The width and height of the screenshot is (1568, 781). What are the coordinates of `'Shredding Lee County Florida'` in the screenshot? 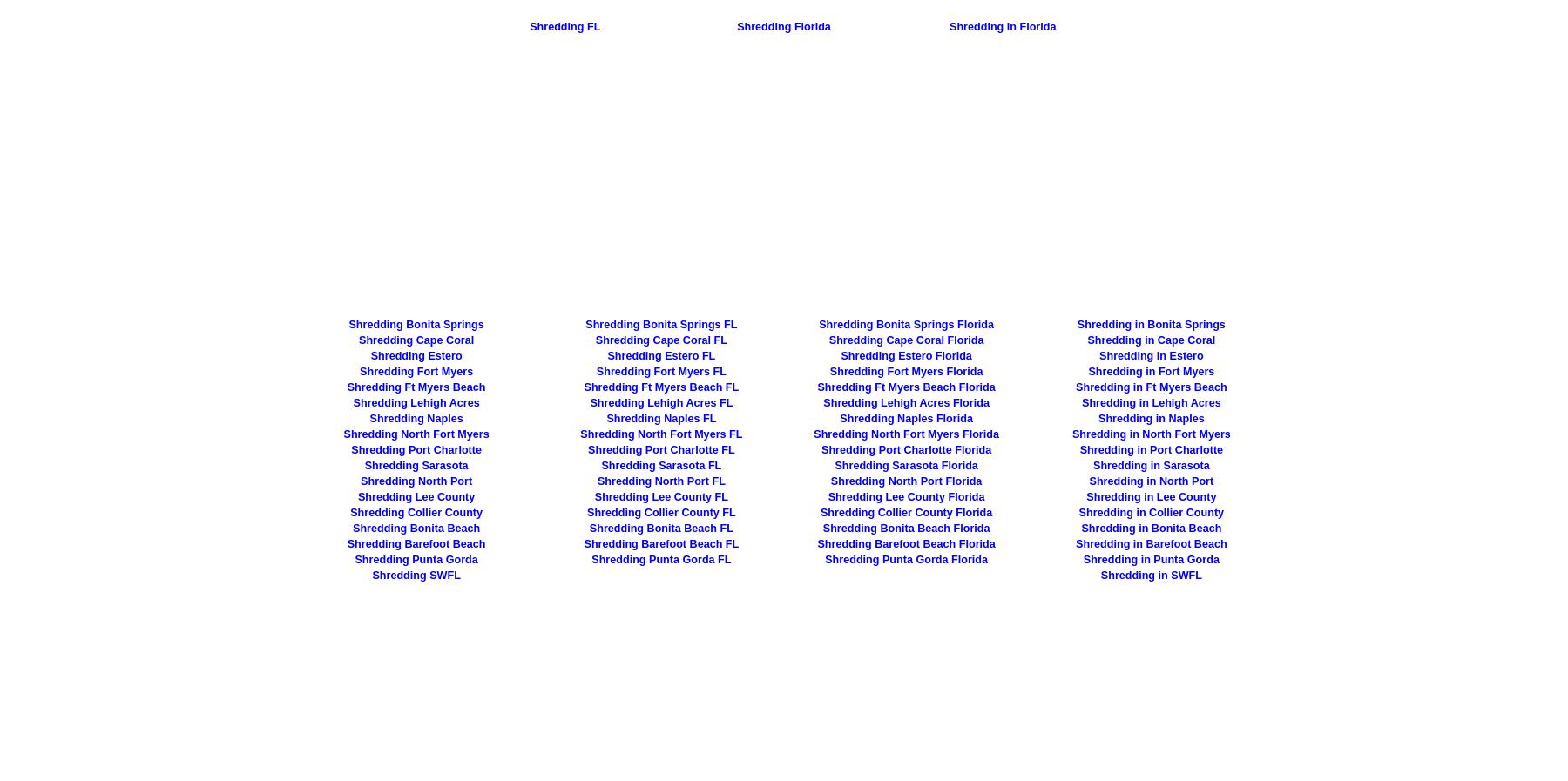 It's located at (906, 497).